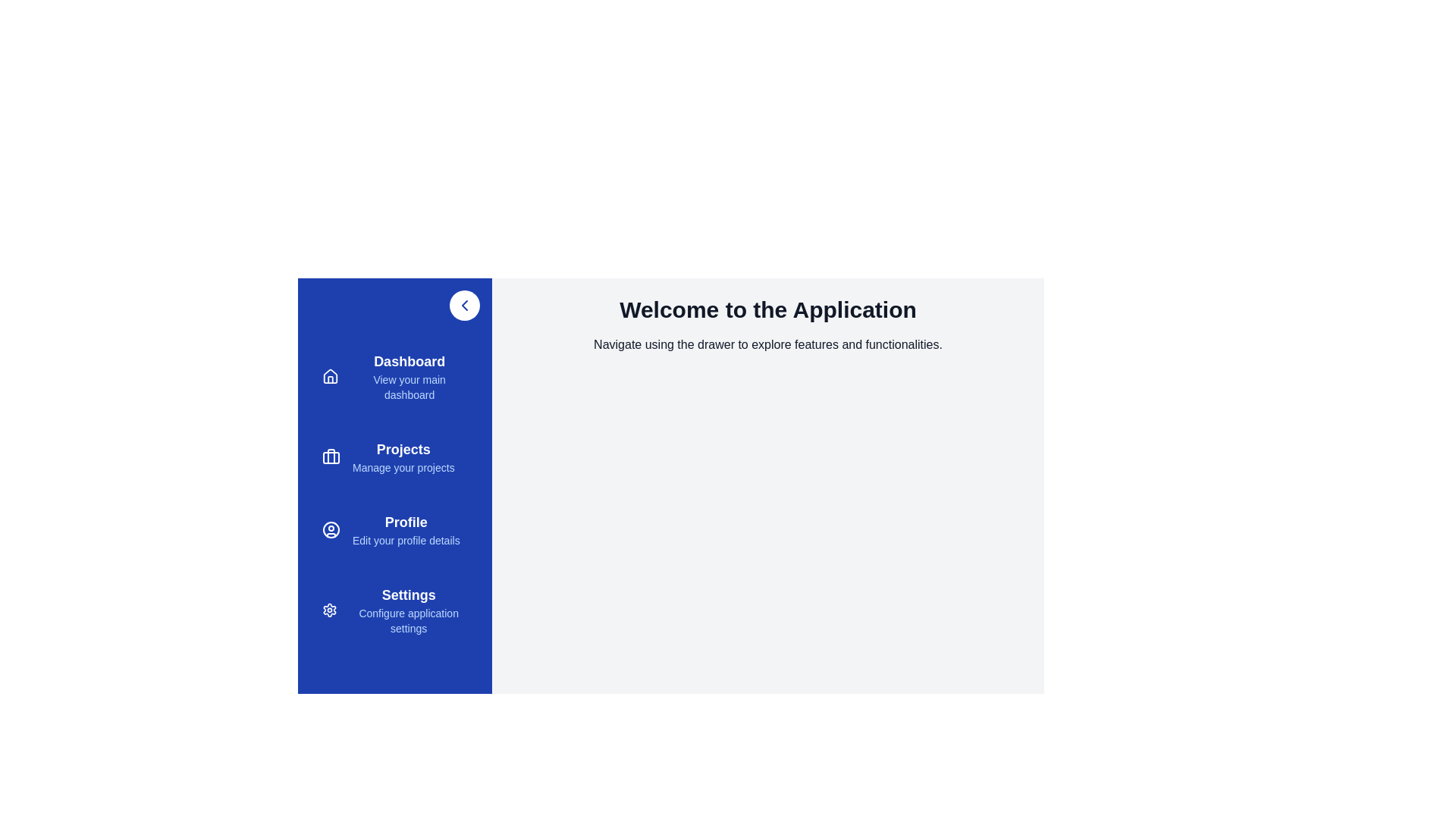  I want to click on the menu item Settings from the sidebar, so click(395, 610).